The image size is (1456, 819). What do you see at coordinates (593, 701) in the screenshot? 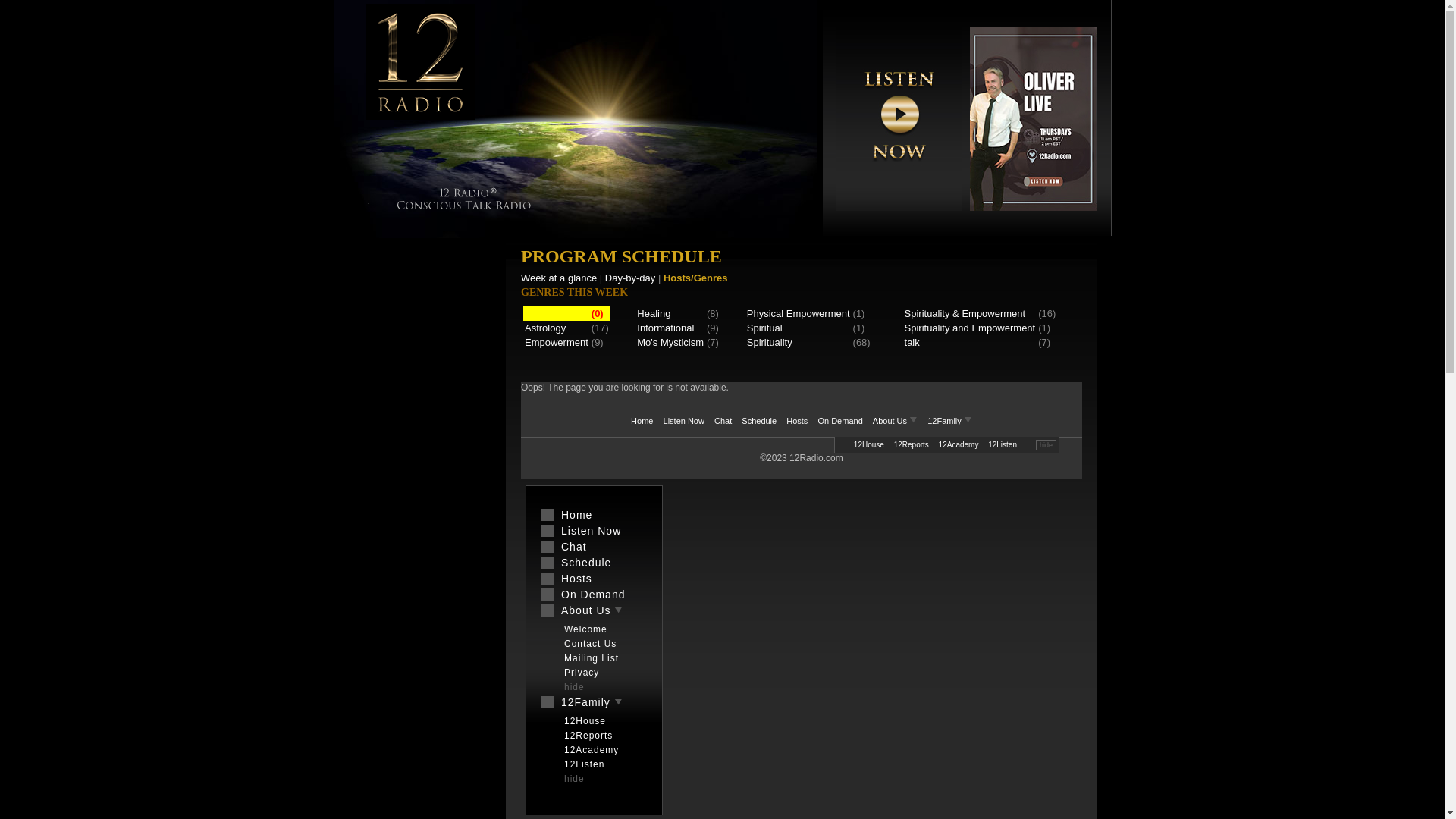
I see `'12Family'` at bounding box center [593, 701].